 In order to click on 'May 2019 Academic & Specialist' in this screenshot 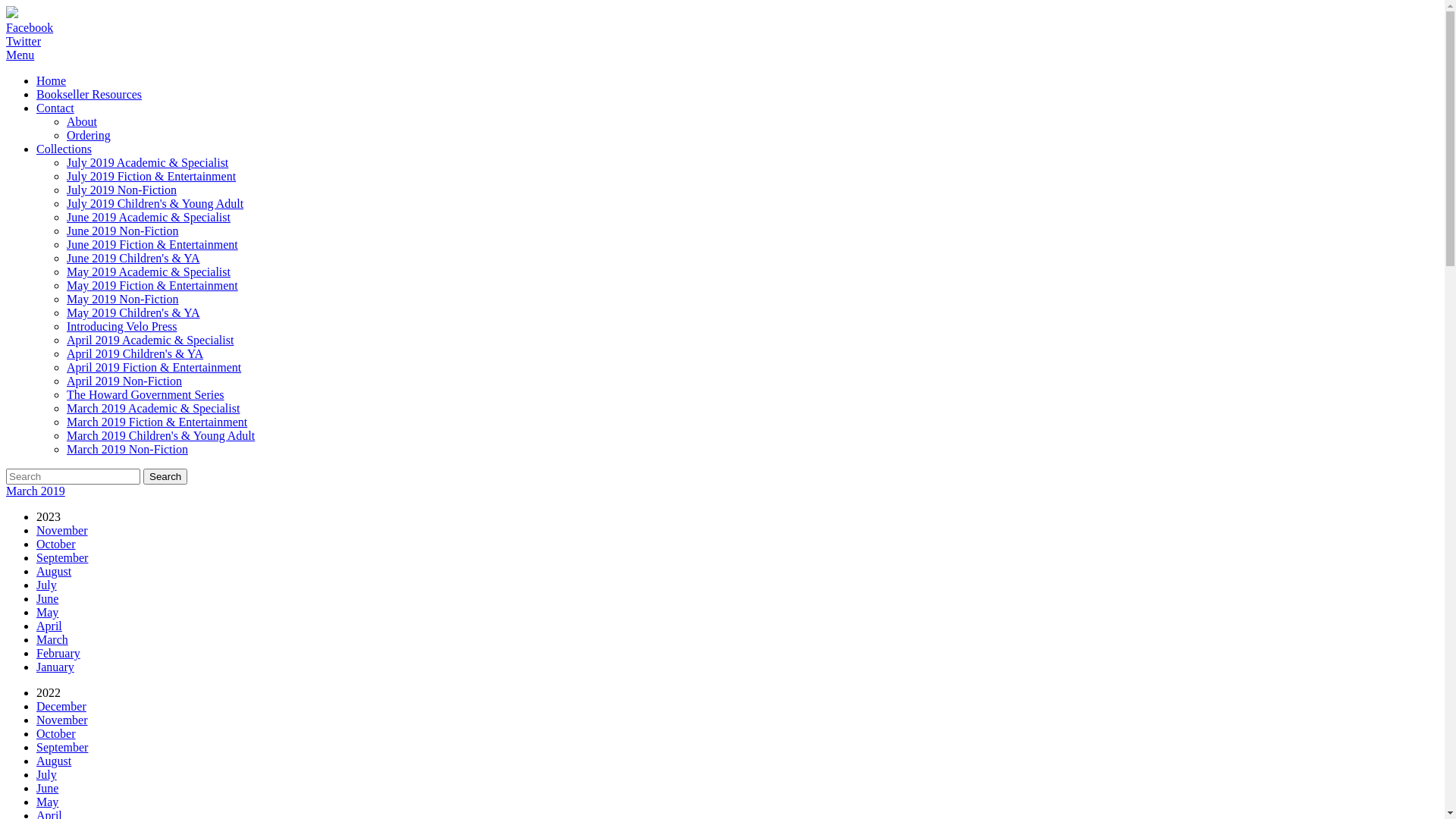, I will do `click(149, 271)`.